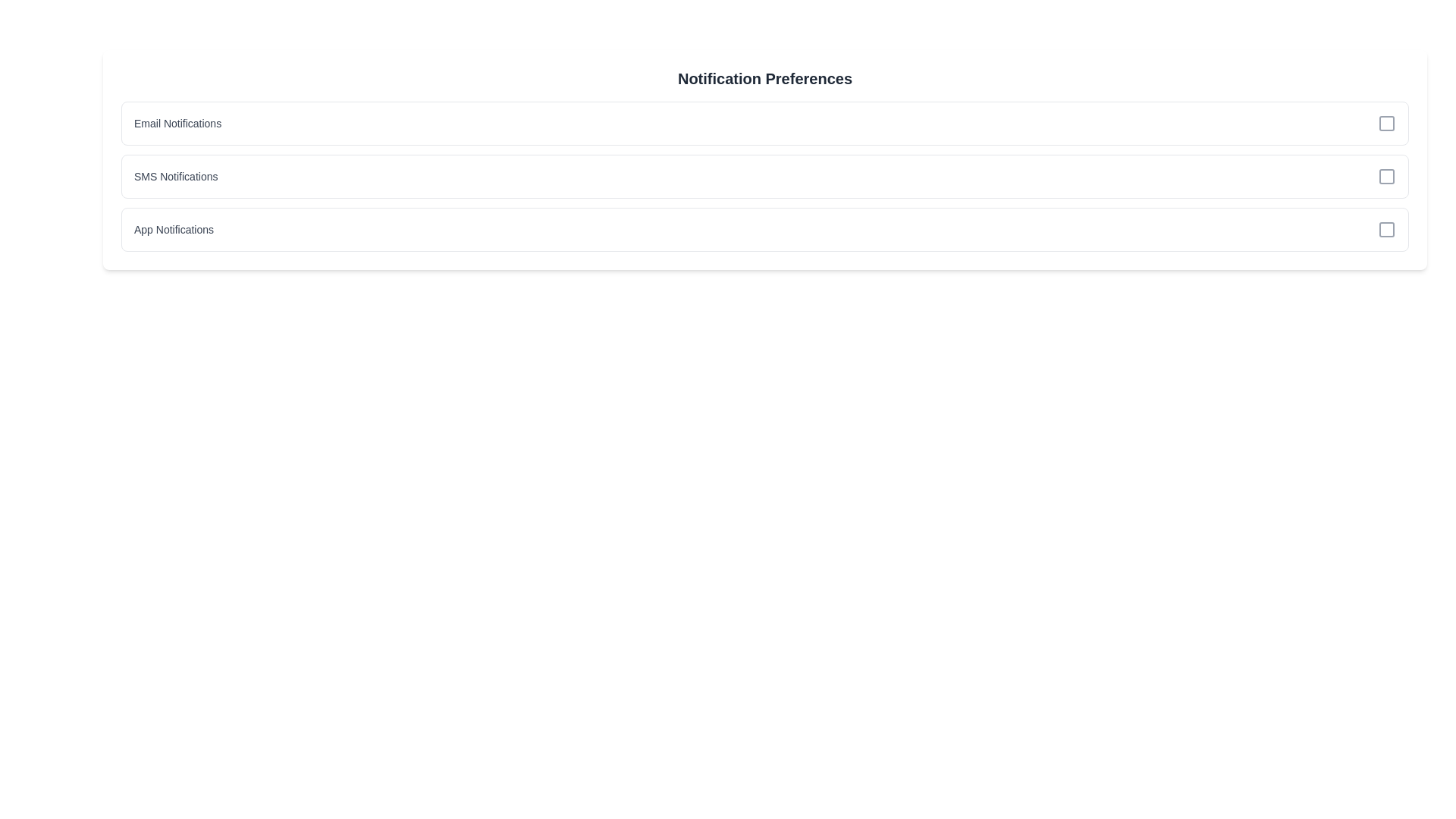 The height and width of the screenshot is (819, 1456). Describe the element at coordinates (1386, 175) in the screenshot. I see `the unfilled light gray checkbox icon located at the end of the 'SMS Notifications' row` at that location.